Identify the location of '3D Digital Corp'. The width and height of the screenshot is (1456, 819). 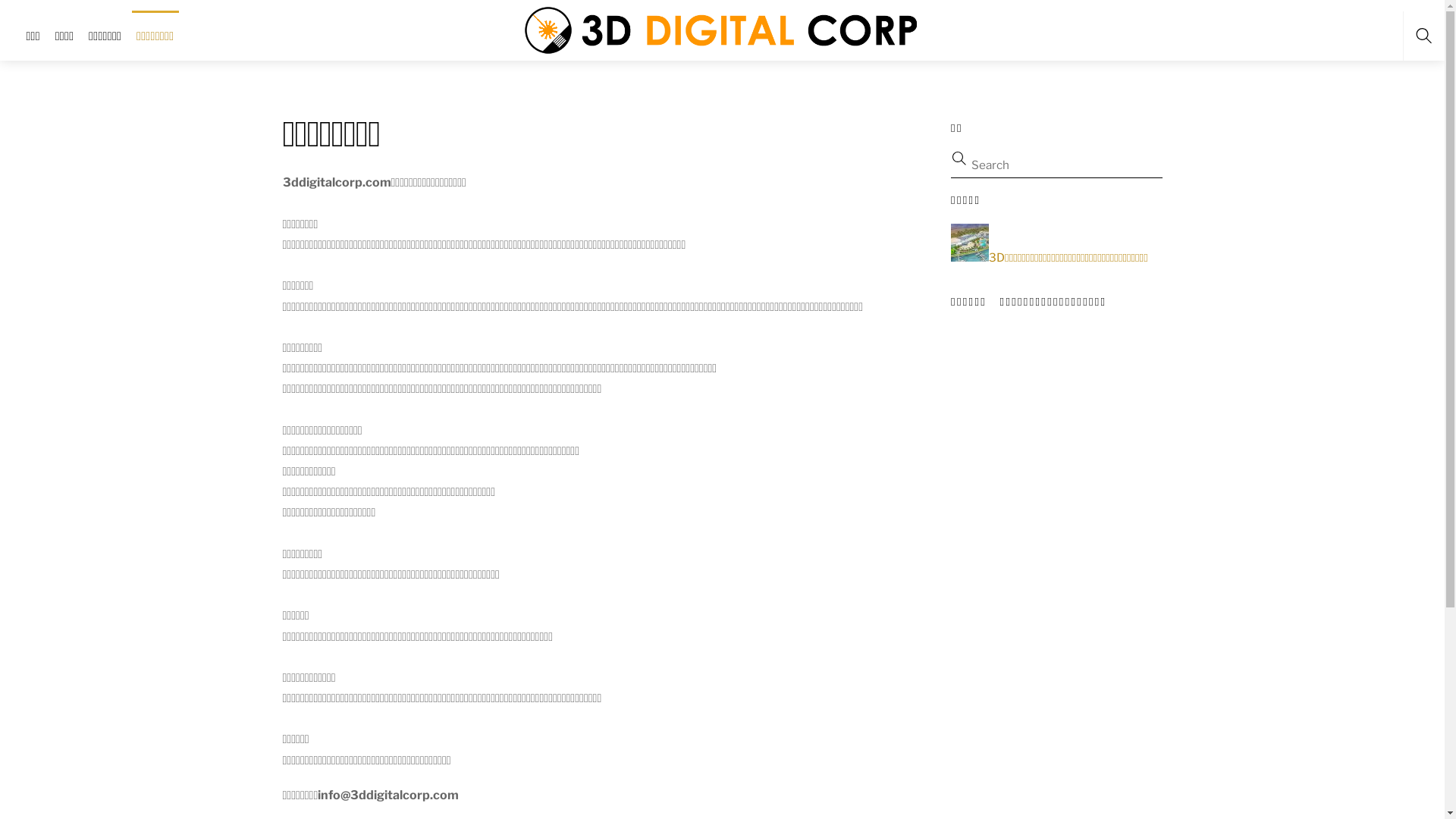
(723, 30).